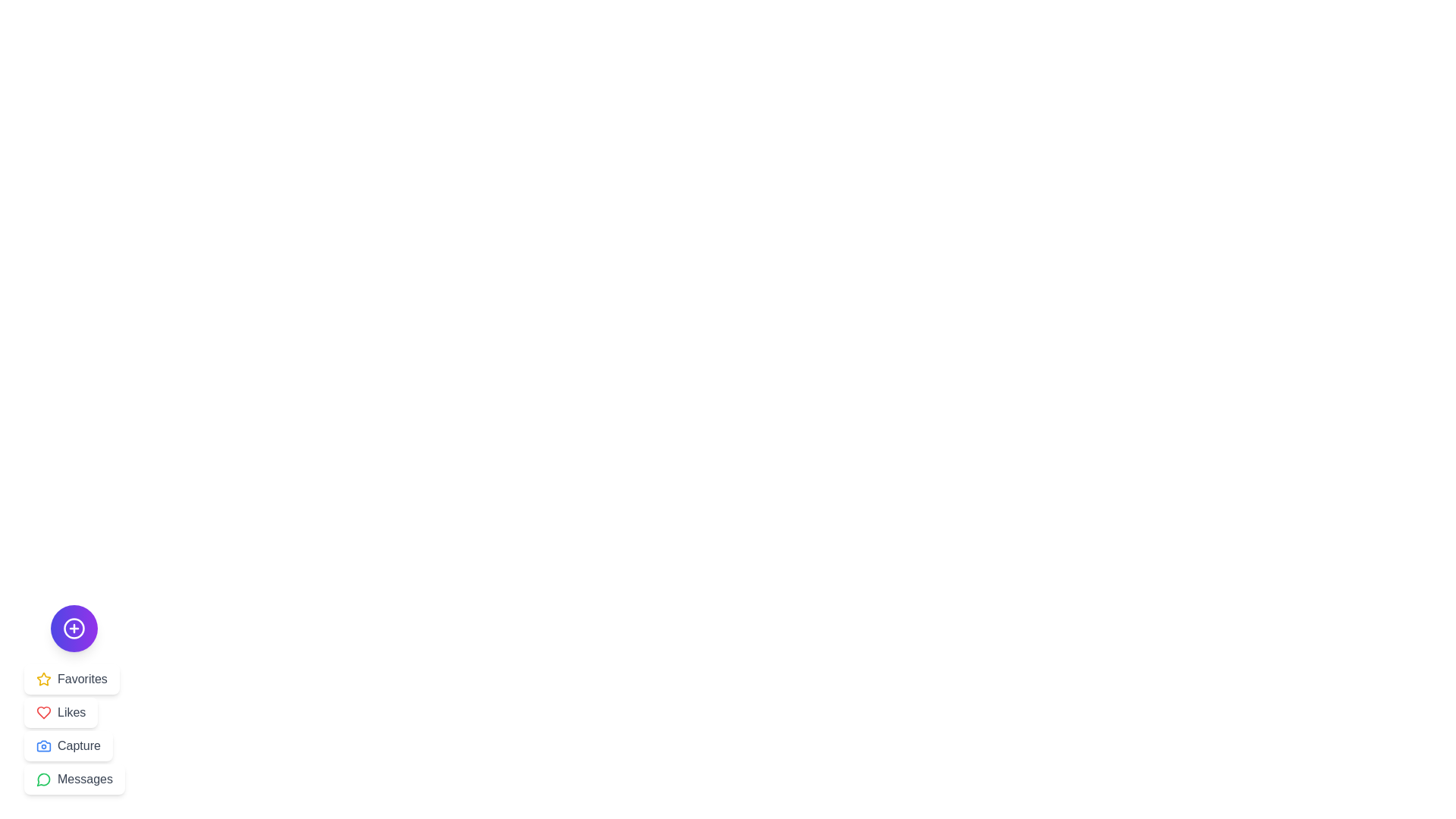 Image resolution: width=1456 pixels, height=819 pixels. Describe the element at coordinates (73, 629) in the screenshot. I see `the main button to toggle the visibility of the speed dial menu` at that location.